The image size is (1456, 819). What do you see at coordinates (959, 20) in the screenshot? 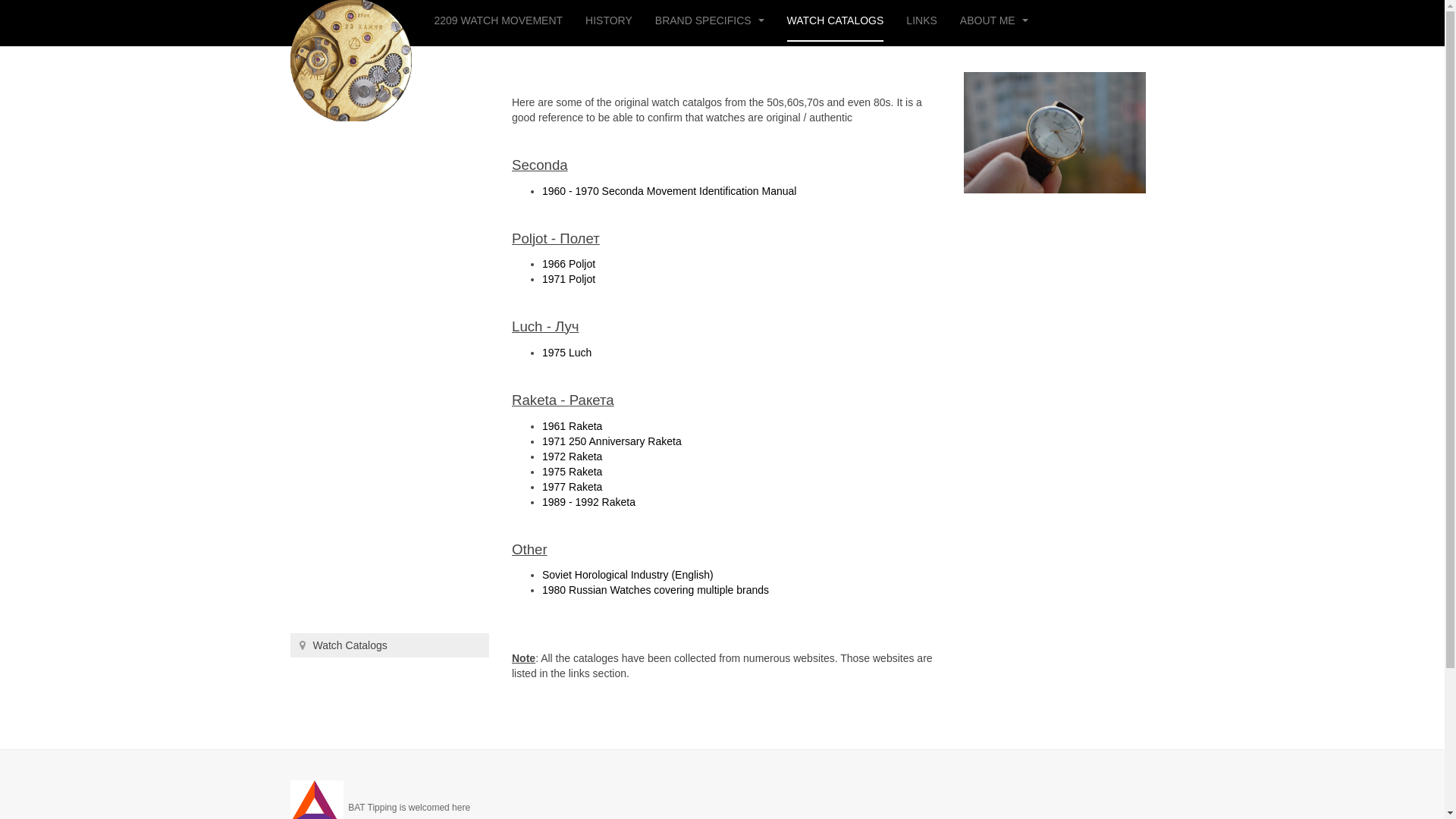
I see `'ABOUT ME'` at bounding box center [959, 20].